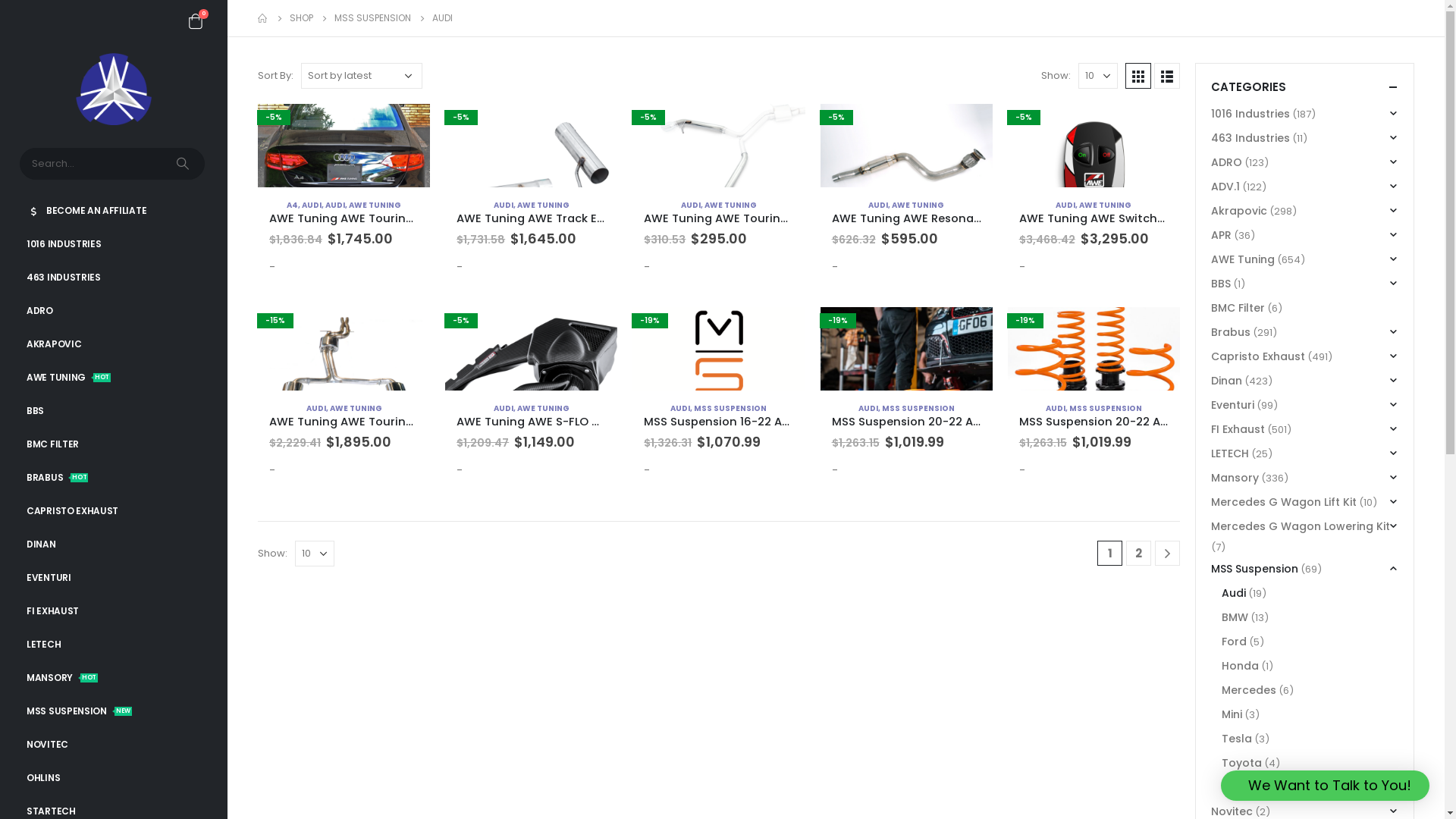 The height and width of the screenshot is (819, 1456). I want to click on 'MANSORYHOT', so click(112, 677).